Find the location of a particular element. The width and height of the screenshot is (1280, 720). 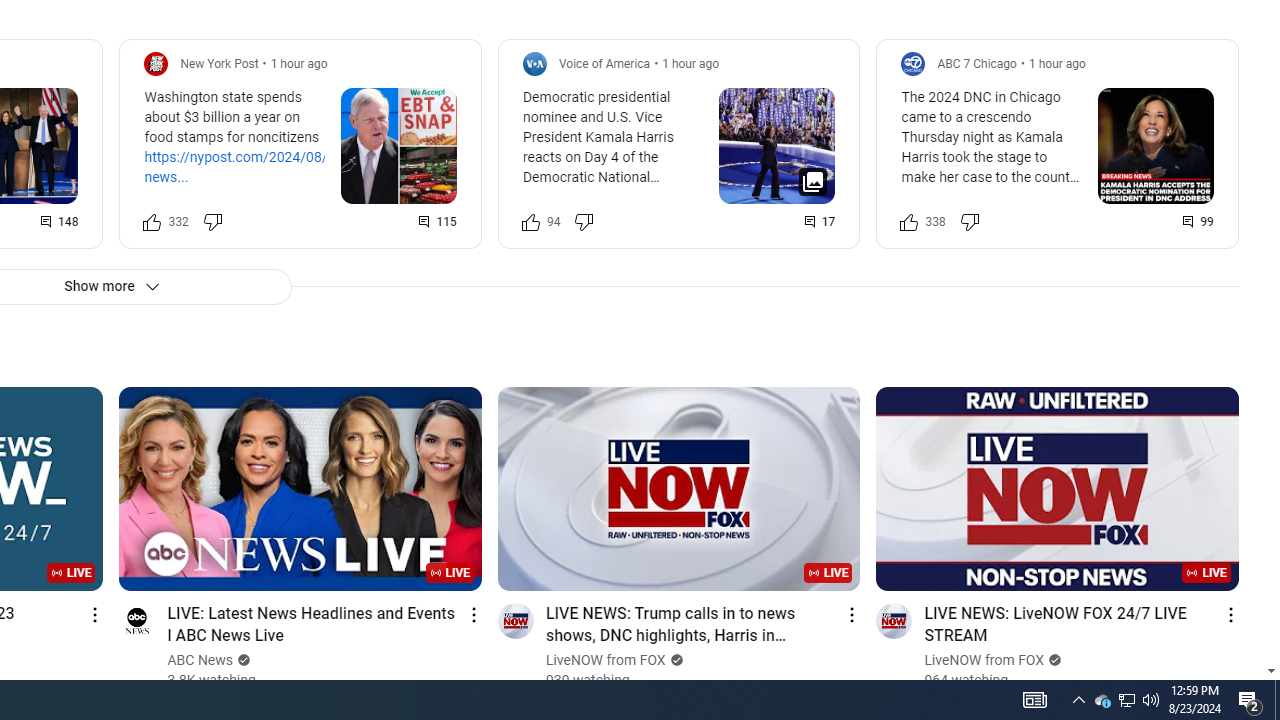

'Like this post along with 332 other people' is located at coordinates (151, 221).